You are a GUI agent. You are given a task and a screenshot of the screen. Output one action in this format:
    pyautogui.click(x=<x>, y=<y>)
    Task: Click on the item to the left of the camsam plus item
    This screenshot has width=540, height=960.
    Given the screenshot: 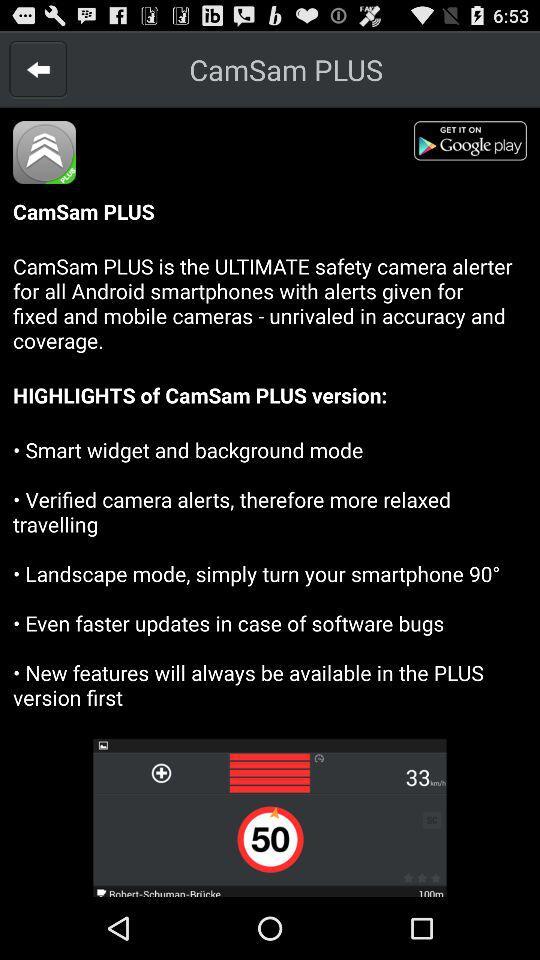 What is the action you would take?
    pyautogui.click(x=38, y=69)
    